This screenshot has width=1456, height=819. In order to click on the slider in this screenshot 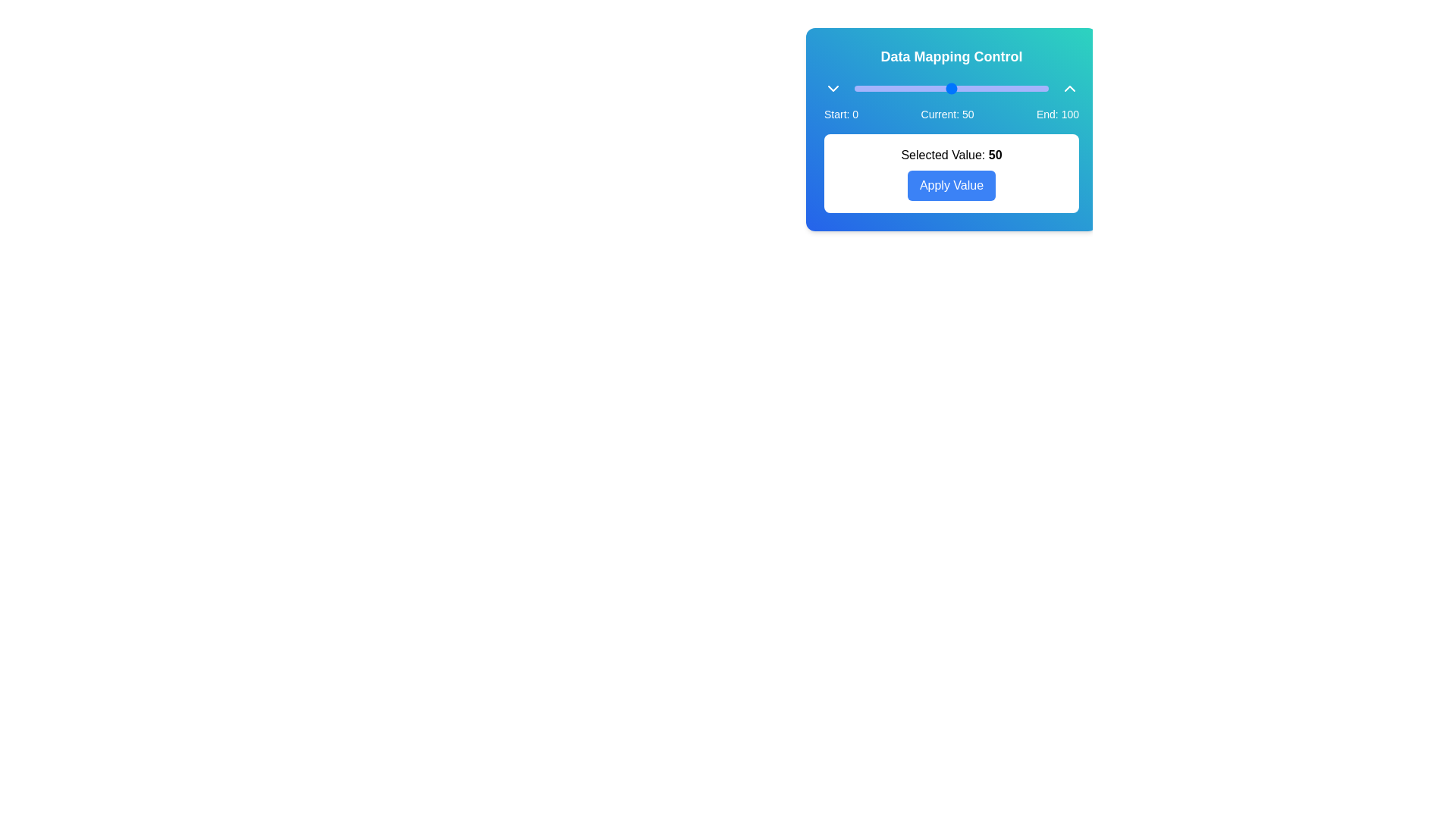, I will do `click(955, 88)`.